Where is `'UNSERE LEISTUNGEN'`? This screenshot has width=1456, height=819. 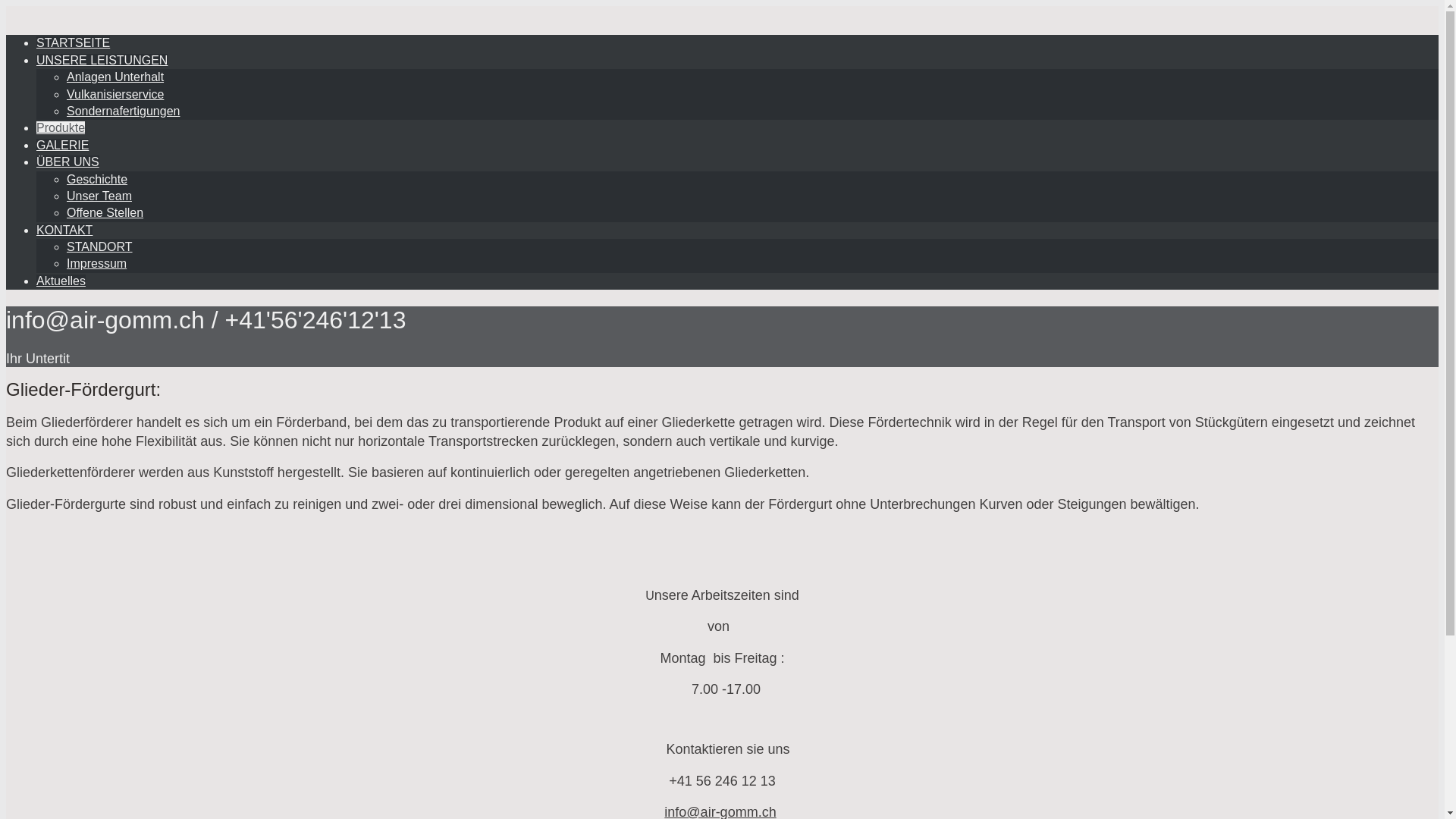 'UNSERE LEISTUNGEN' is located at coordinates (101, 59).